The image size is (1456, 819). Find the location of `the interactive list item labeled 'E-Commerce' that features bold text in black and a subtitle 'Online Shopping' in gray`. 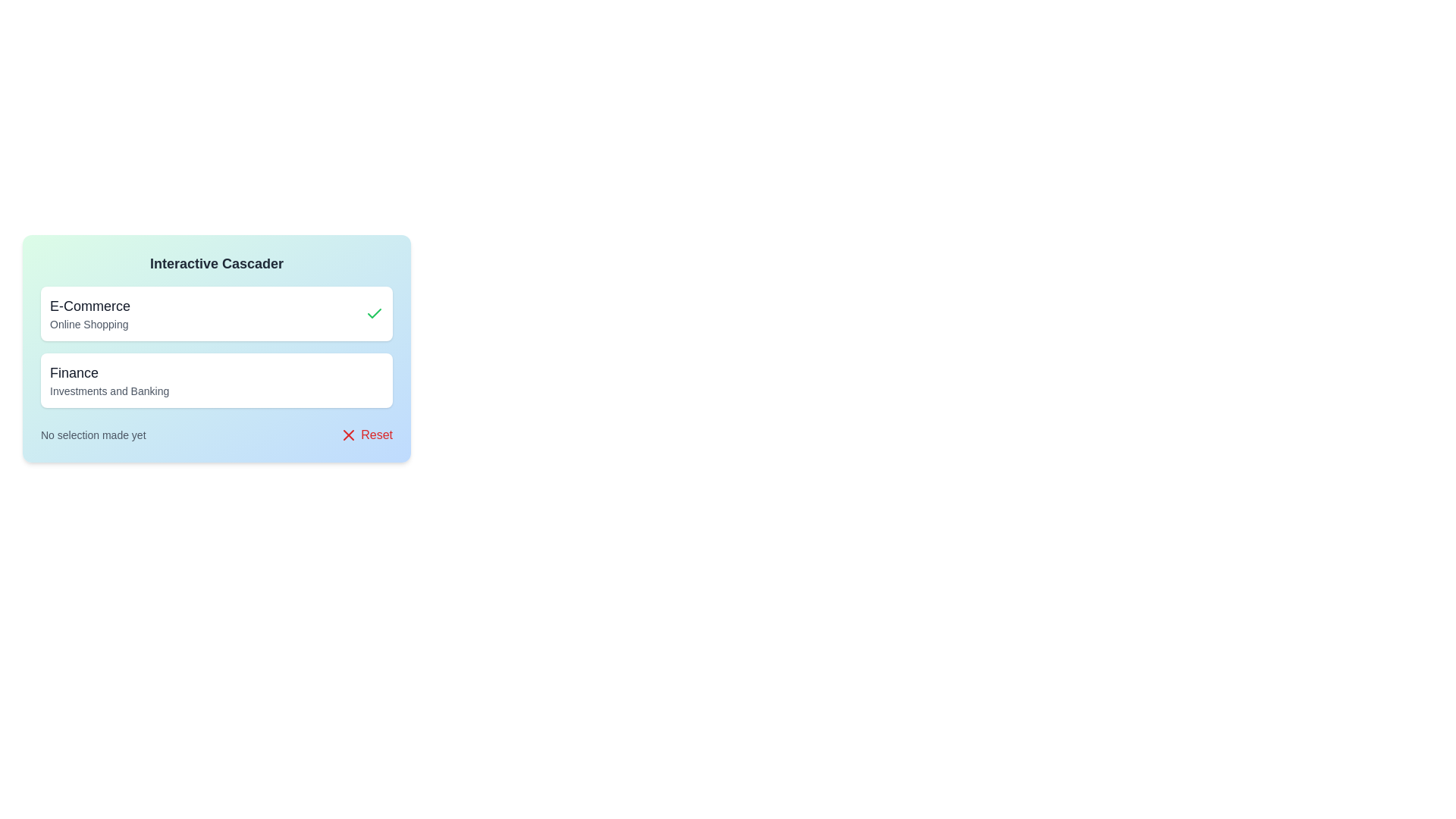

the interactive list item labeled 'E-Commerce' that features bold text in black and a subtitle 'Online Shopping' in gray is located at coordinates (89, 312).